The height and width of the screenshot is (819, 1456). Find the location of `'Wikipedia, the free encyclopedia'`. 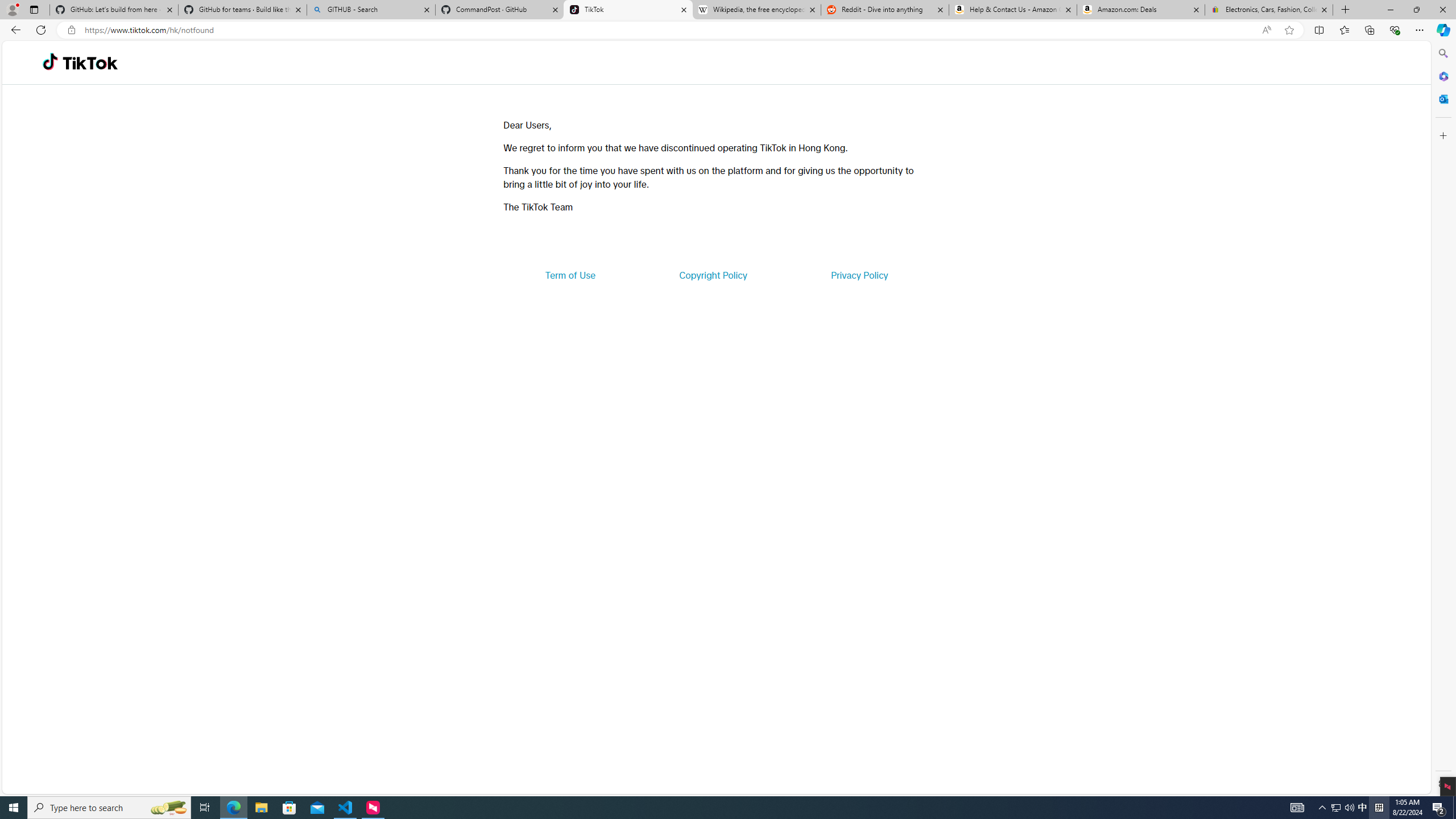

'Wikipedia, the free encyclopedia' is located at coordinates (755, 9).